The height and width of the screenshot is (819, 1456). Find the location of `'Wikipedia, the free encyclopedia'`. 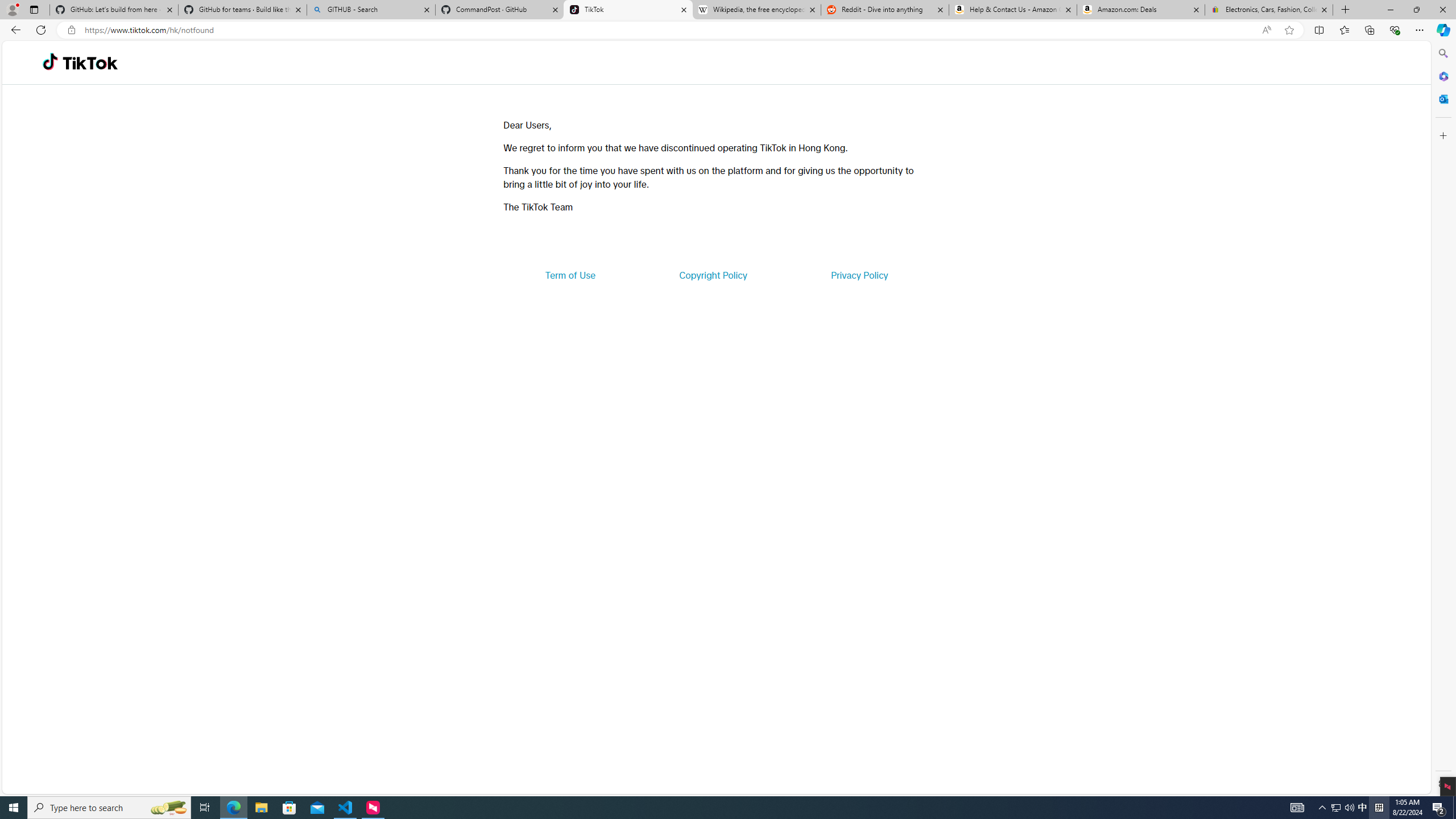

'Wikipedia, the free encyclopedia' is located at coordinates (755, 9).